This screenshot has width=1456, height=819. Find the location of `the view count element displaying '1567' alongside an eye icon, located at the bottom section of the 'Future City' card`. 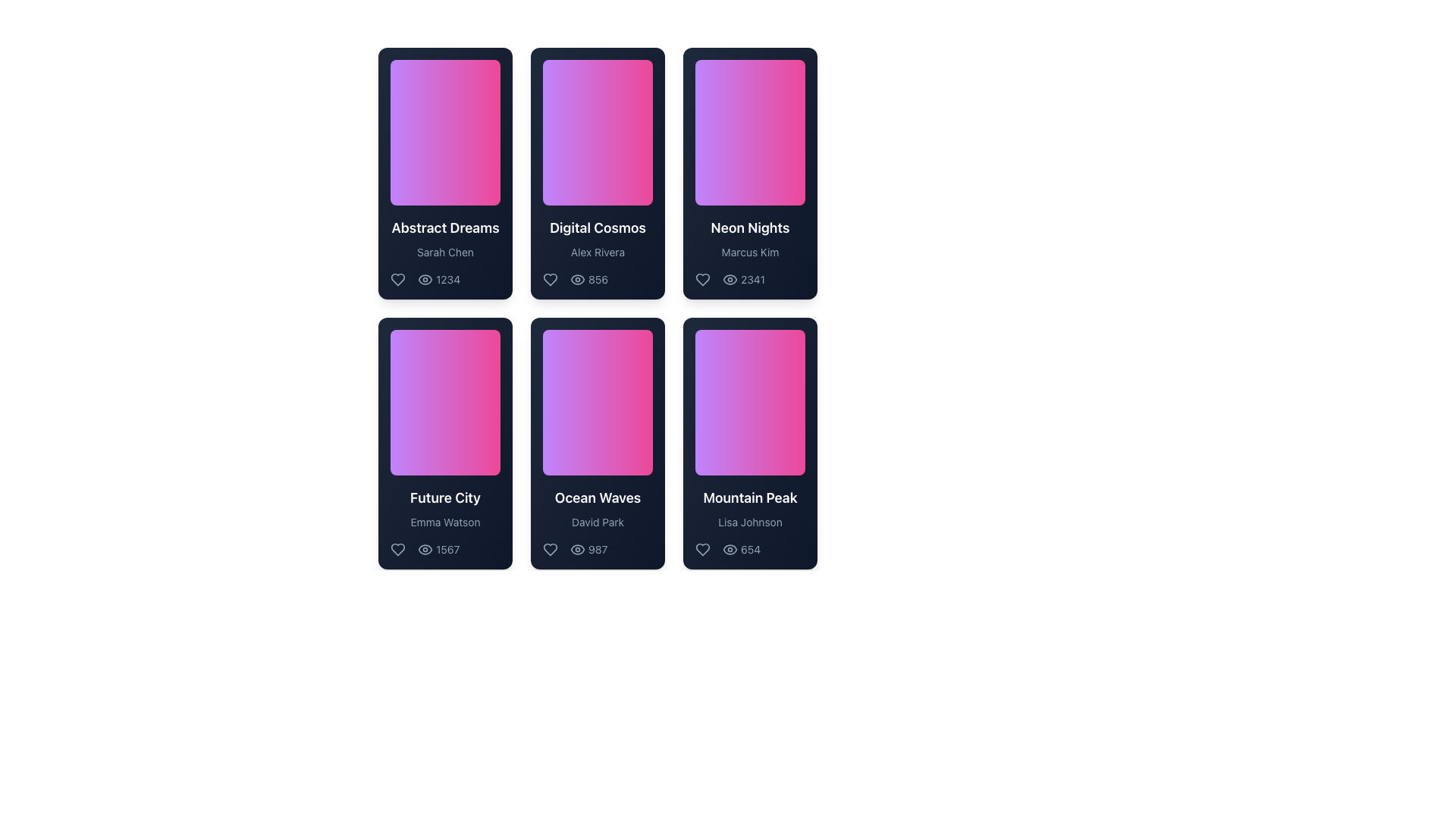

the view count element displaying '1567' alongside an eye icon, located at the bottom section of the 'Future City' card is located at coordinates (438, 550).